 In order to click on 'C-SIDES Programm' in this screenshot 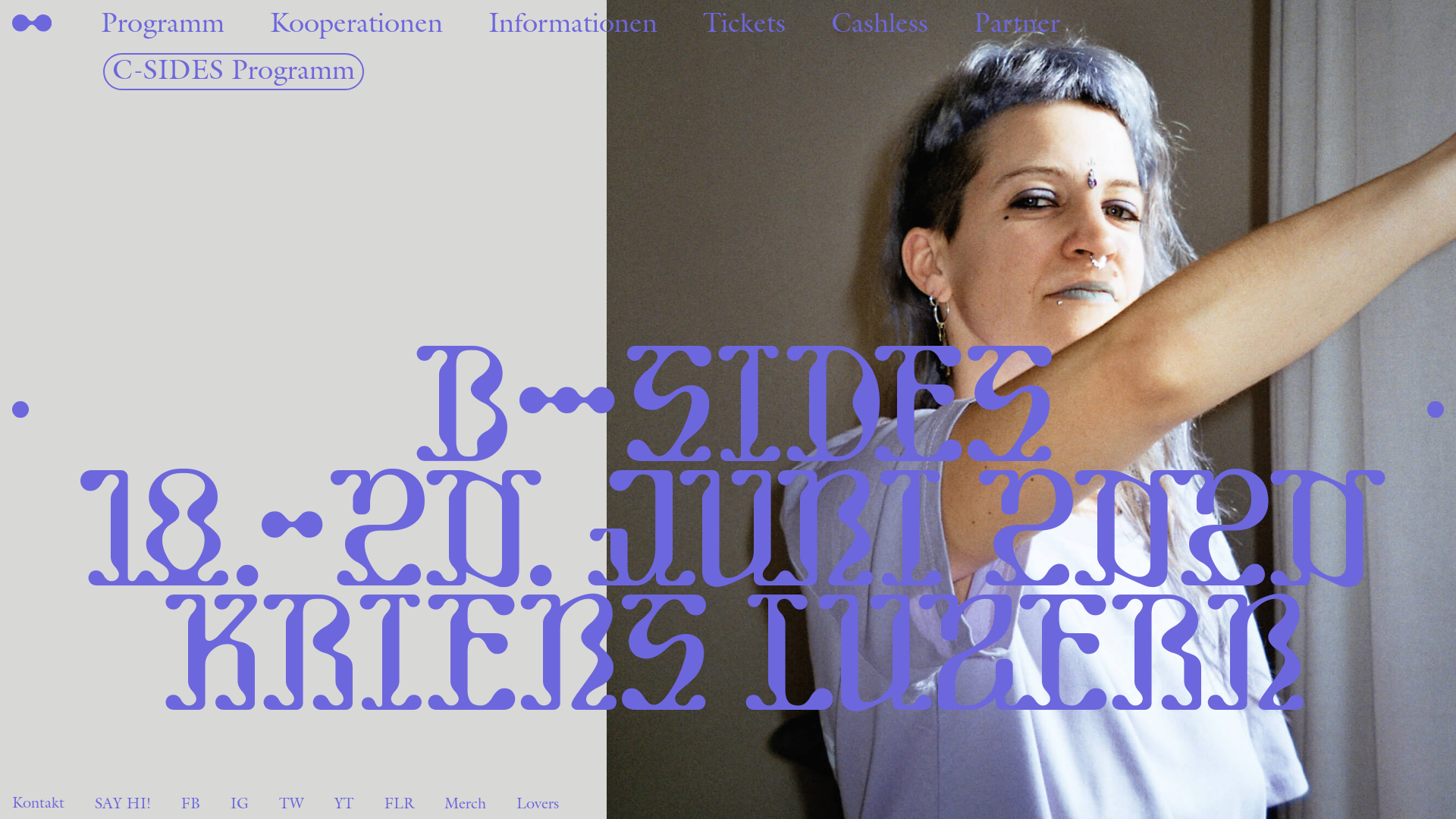, I will do `click(232, 71)`.